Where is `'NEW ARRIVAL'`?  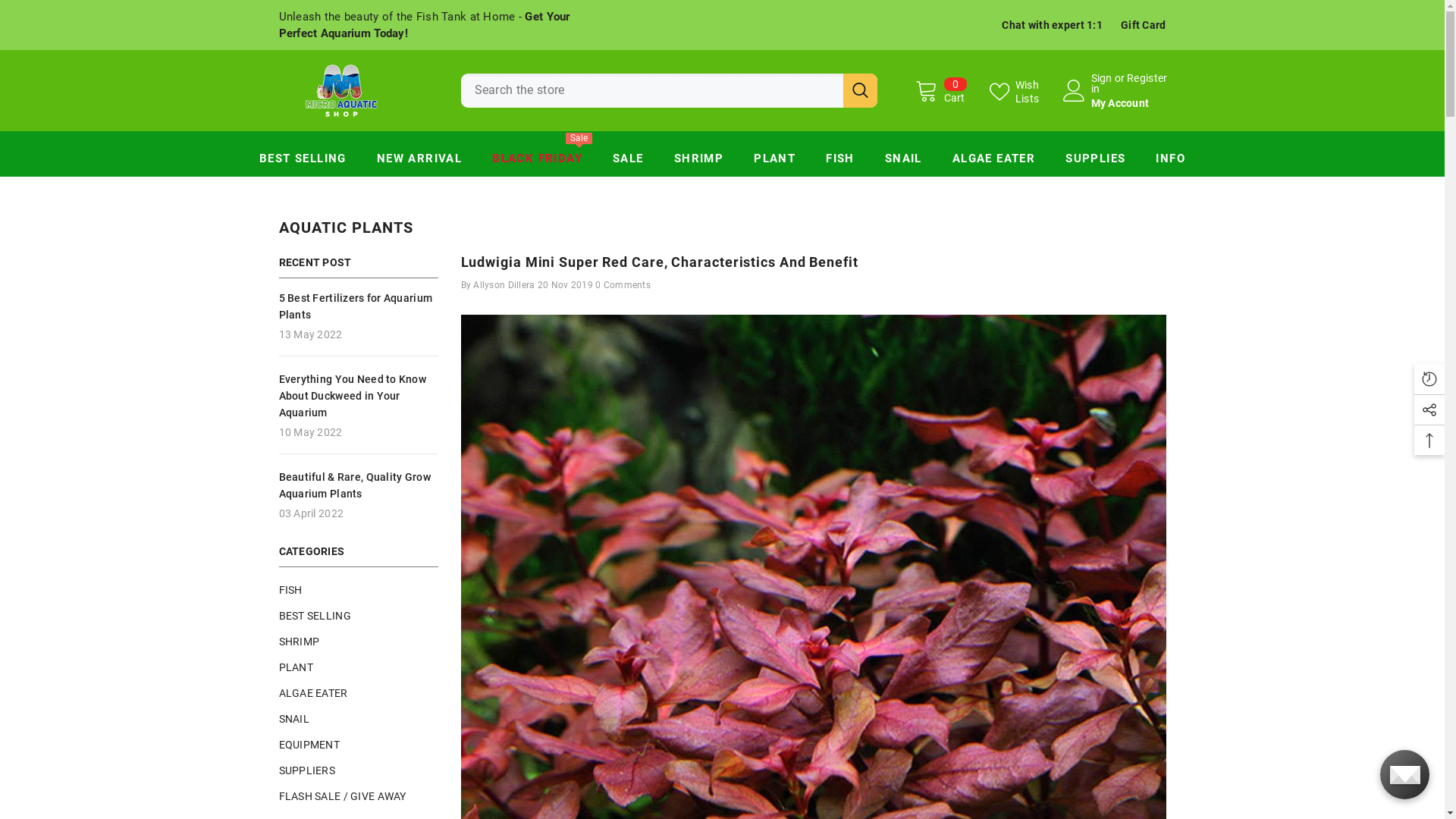 'NEW ARRIVAL' is located at coordinates (360, 162).